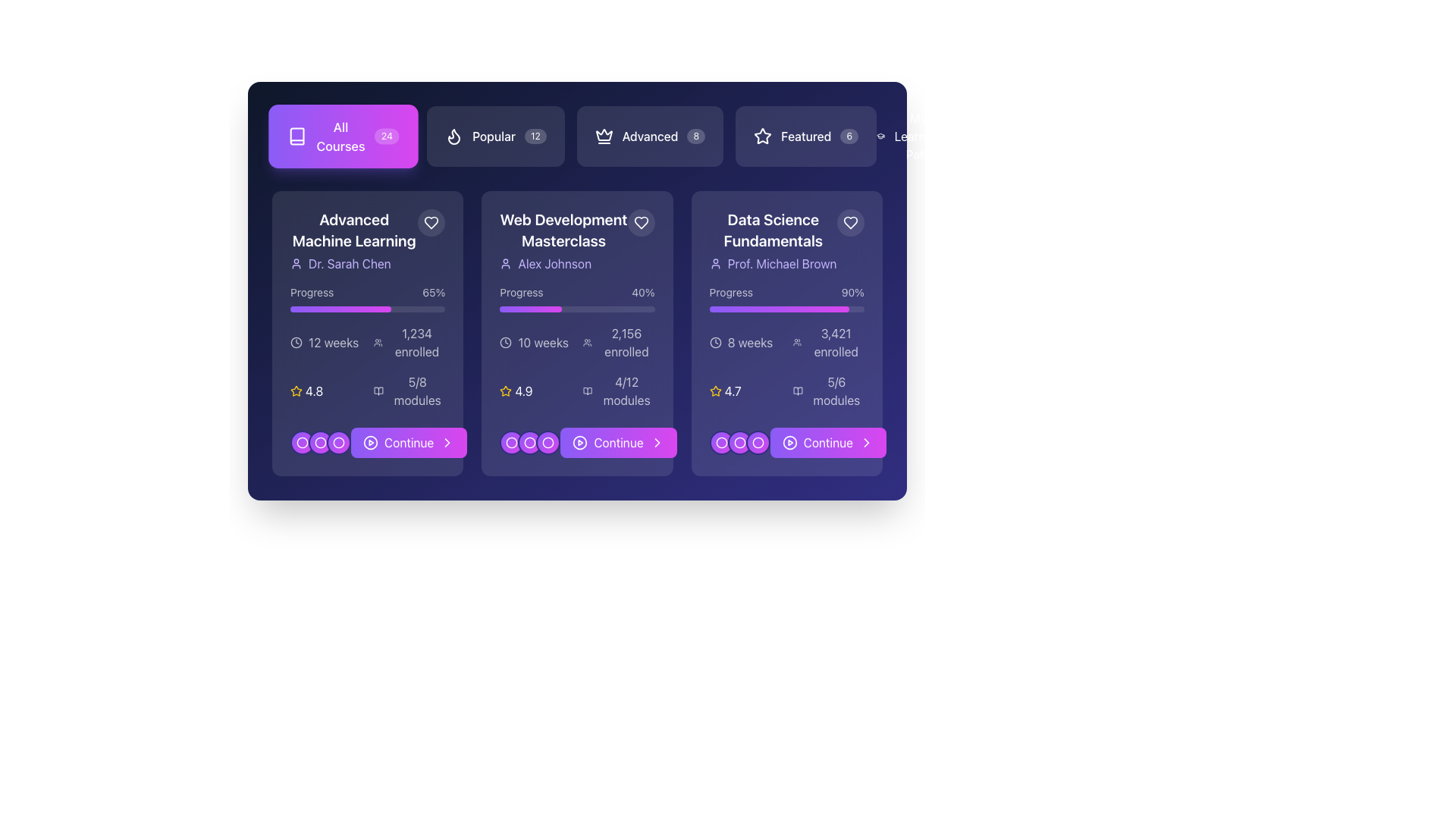 The width and height of the screenshot is (1456, 819). I want to click on the 'Advanced' text label within the button, which is styled with a white font against a dark background and is part of a navigation menu, so click(650, 136).